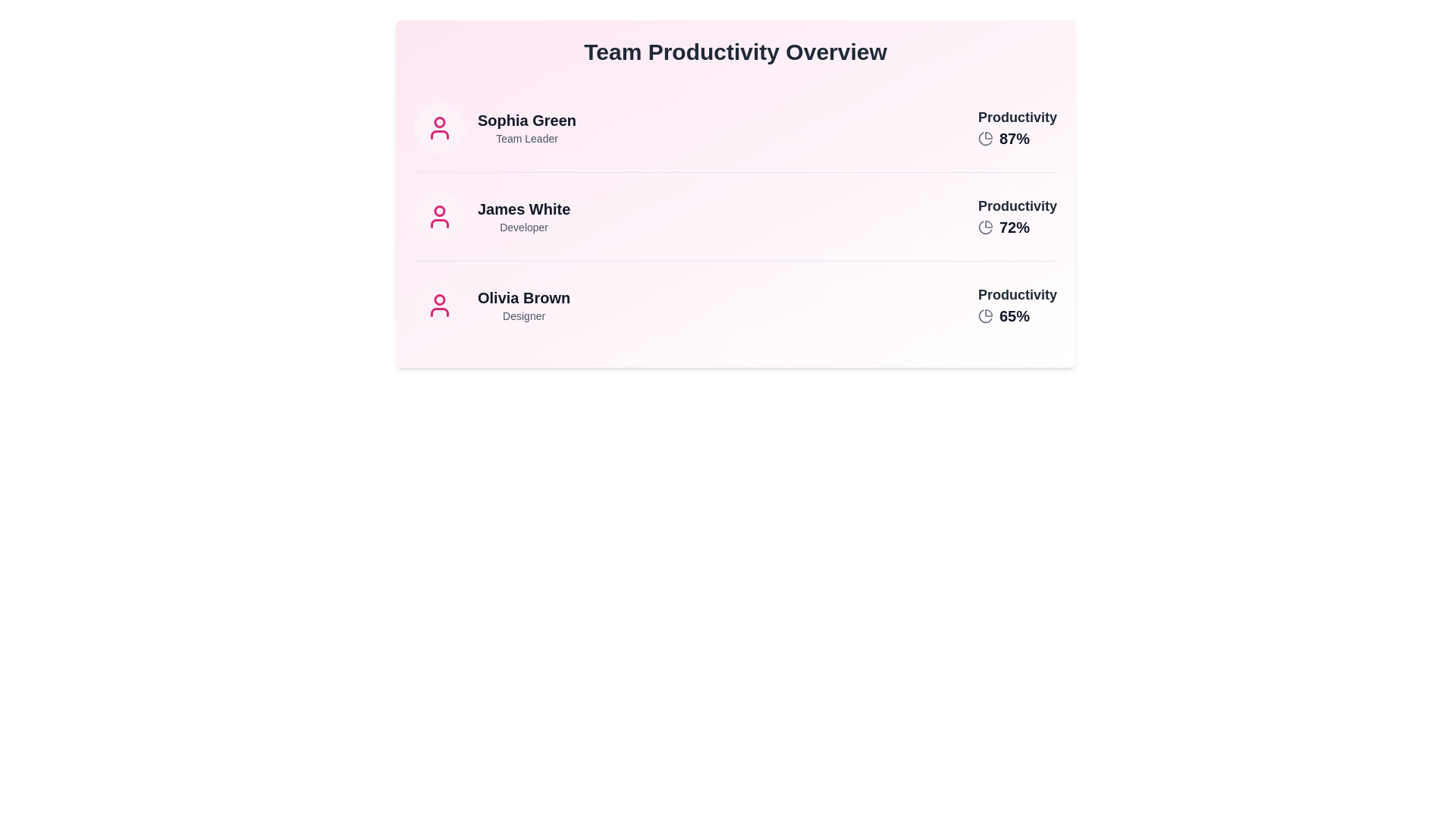 The width and height of the screenshot is (1456, 819). What do you see at coordinates (1017, 305) in the screenshot?
I see `the informational label displaying 'Productivity' and '65%' with a pie chart icon, specifically associated with the entry for 'Olivia Brown', by moving the cursor to it` at bounding box center [1017, 305].